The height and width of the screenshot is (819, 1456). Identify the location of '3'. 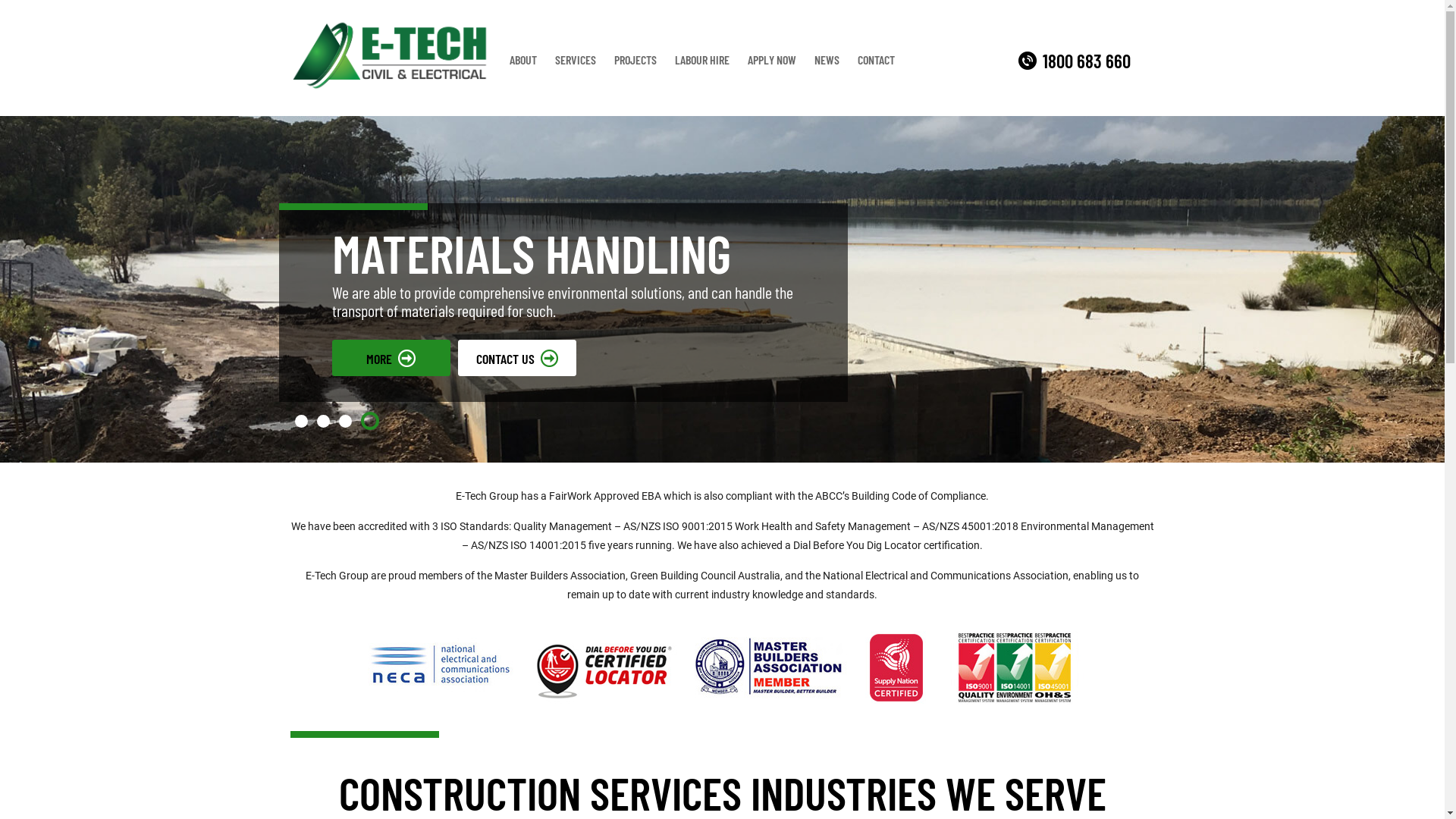
(344, 421).